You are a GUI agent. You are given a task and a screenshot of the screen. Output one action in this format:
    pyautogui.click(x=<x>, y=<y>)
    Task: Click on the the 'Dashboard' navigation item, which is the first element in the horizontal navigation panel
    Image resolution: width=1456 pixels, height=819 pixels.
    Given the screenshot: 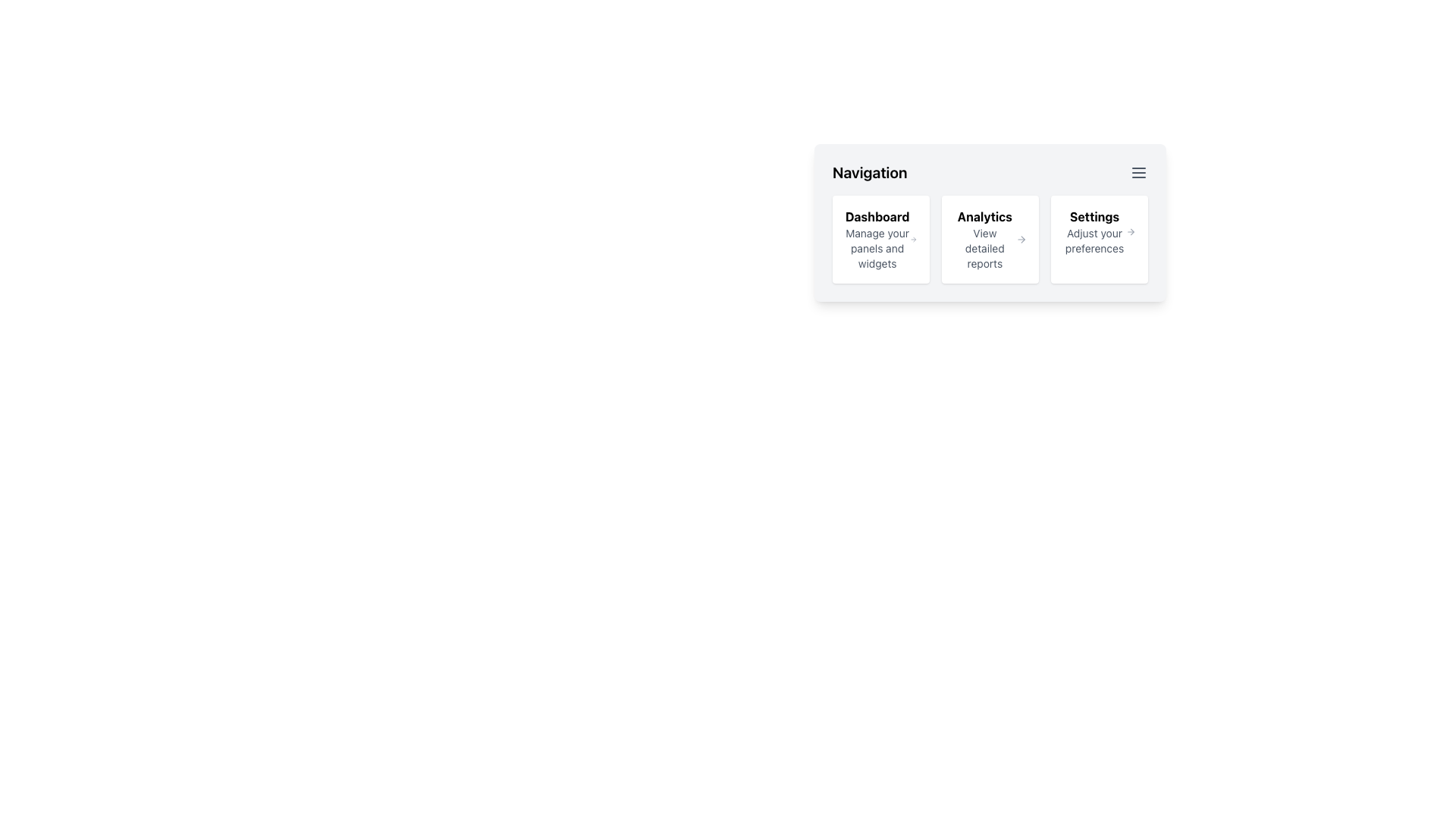 What is the action you would take?
    pyautogui.click(x=877, y=239)
    